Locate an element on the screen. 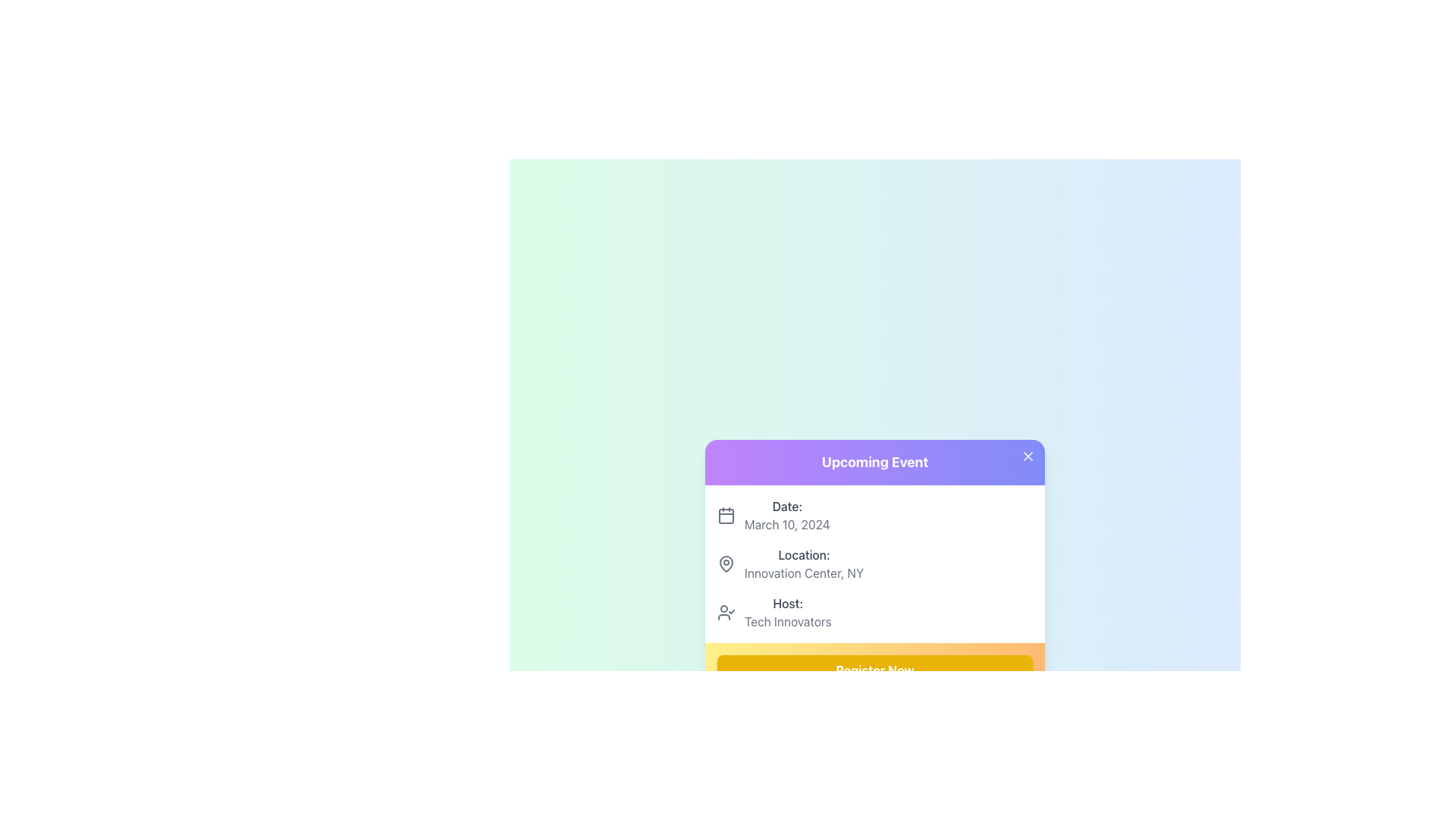 Image resolution: width=1456 pixels, height=819 pixels. the close button in the top-right corner of the 'Upcoming Event' card is located at coordinates (1028, 455).